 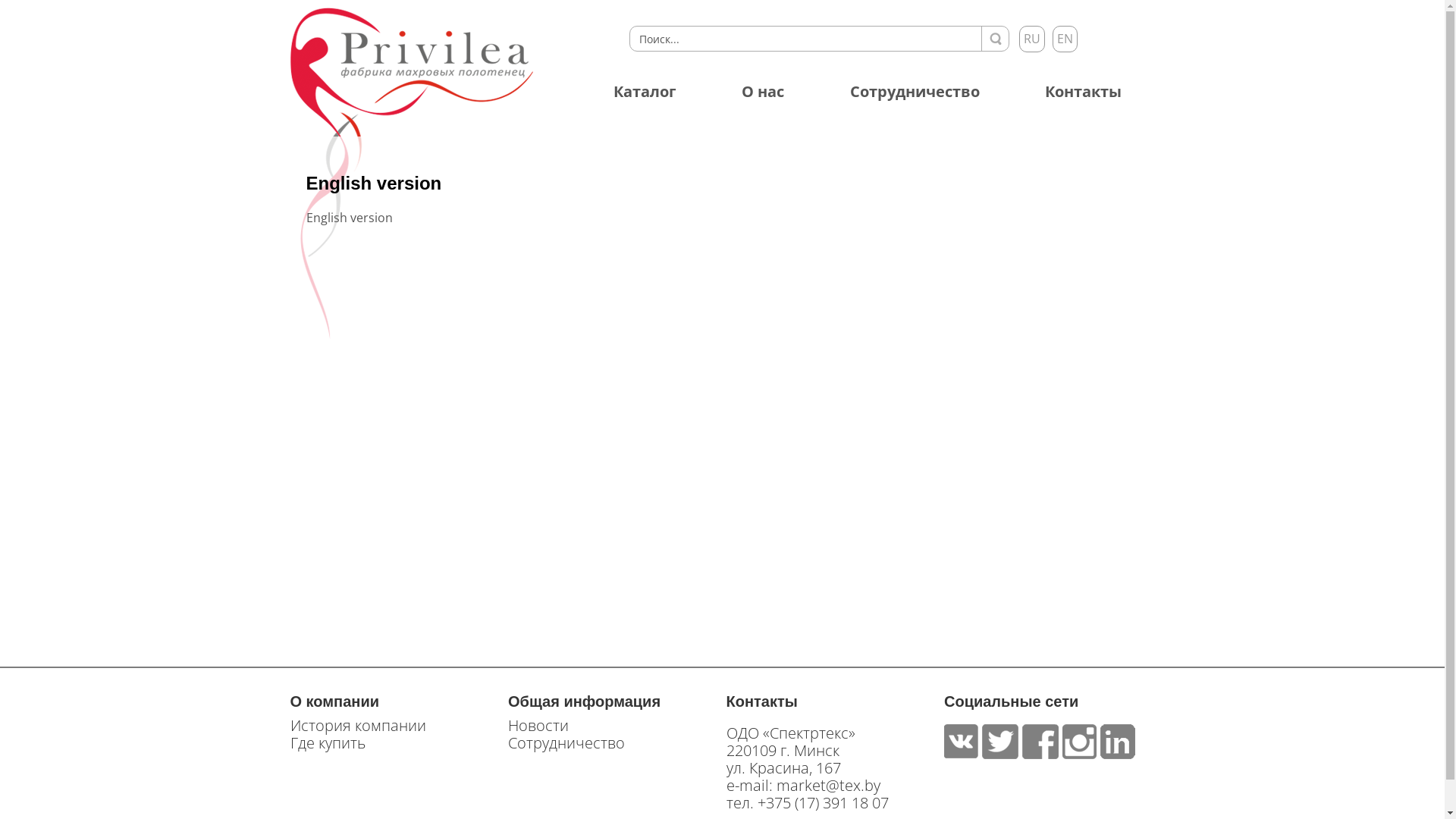 I want to click on 'RU', so click(x=1031, y=38).